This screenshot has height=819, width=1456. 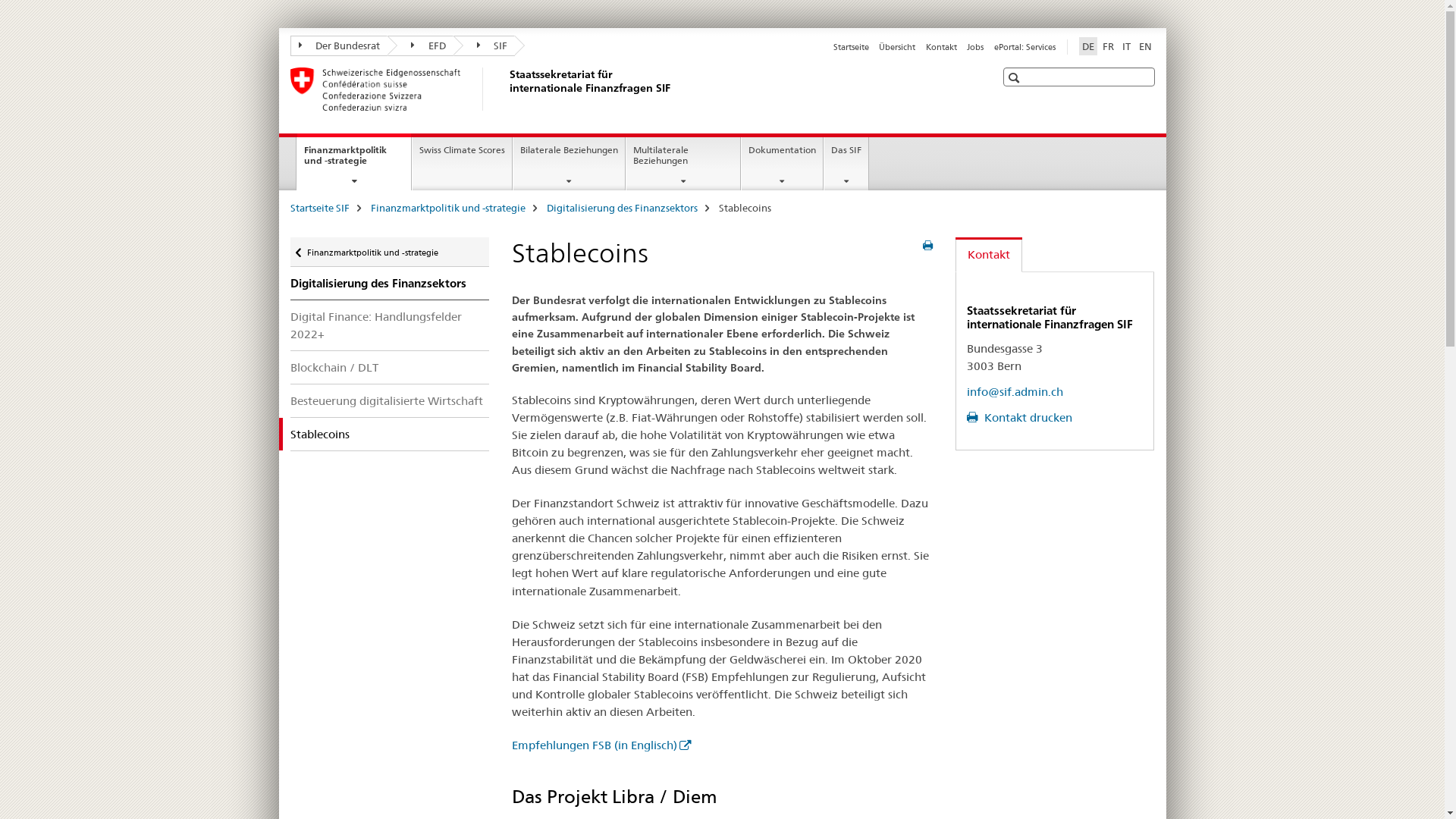 What do you see at coordinates (387, 45) in the screenshot?
I see `'EFD'` at bounding box center [387, 45].